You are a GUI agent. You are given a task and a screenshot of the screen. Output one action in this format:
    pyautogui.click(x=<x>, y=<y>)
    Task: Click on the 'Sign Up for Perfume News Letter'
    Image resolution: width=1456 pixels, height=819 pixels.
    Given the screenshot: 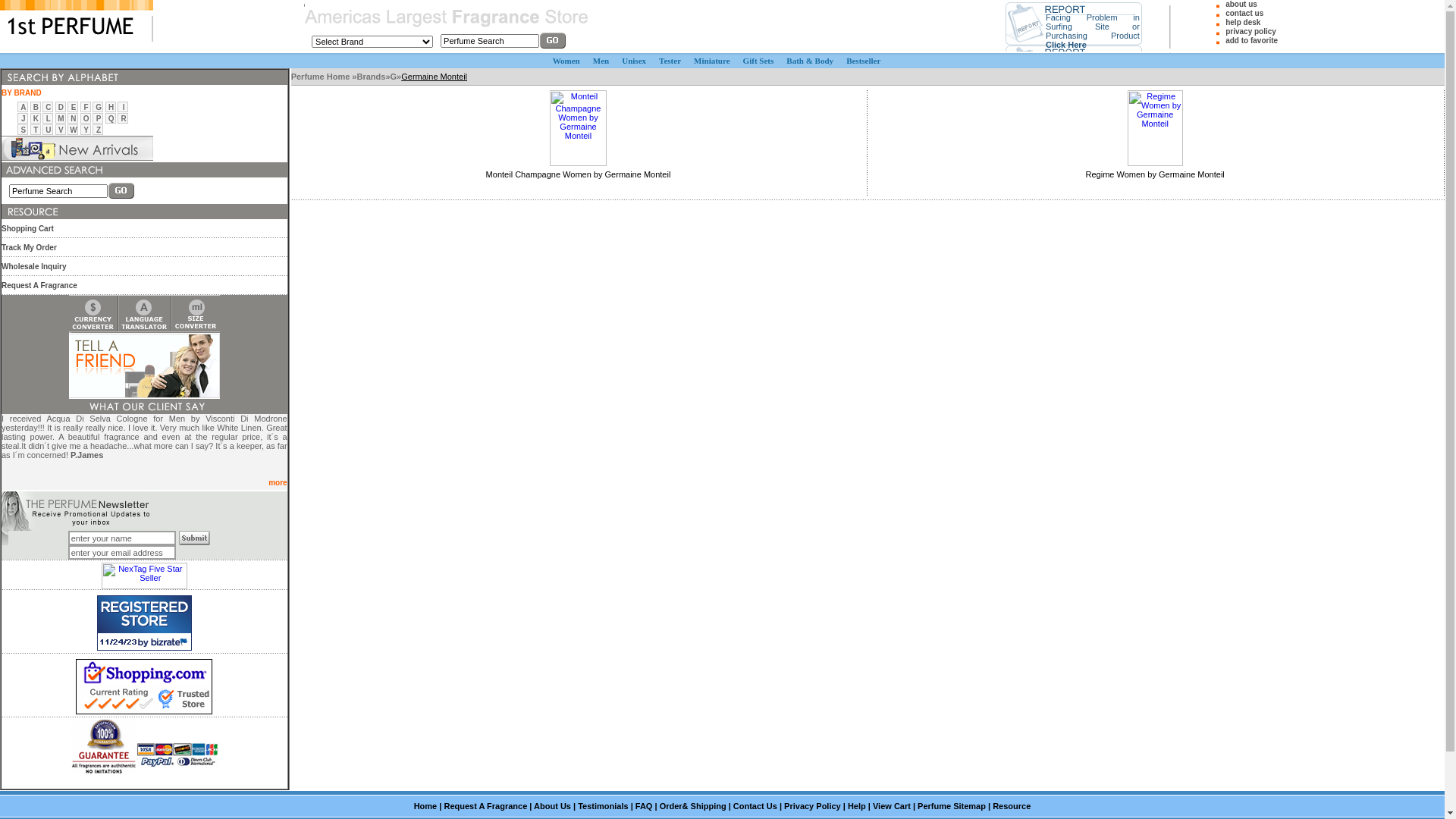 What is the action you would take?
    pyautogui.click(x=76, y=511)
    